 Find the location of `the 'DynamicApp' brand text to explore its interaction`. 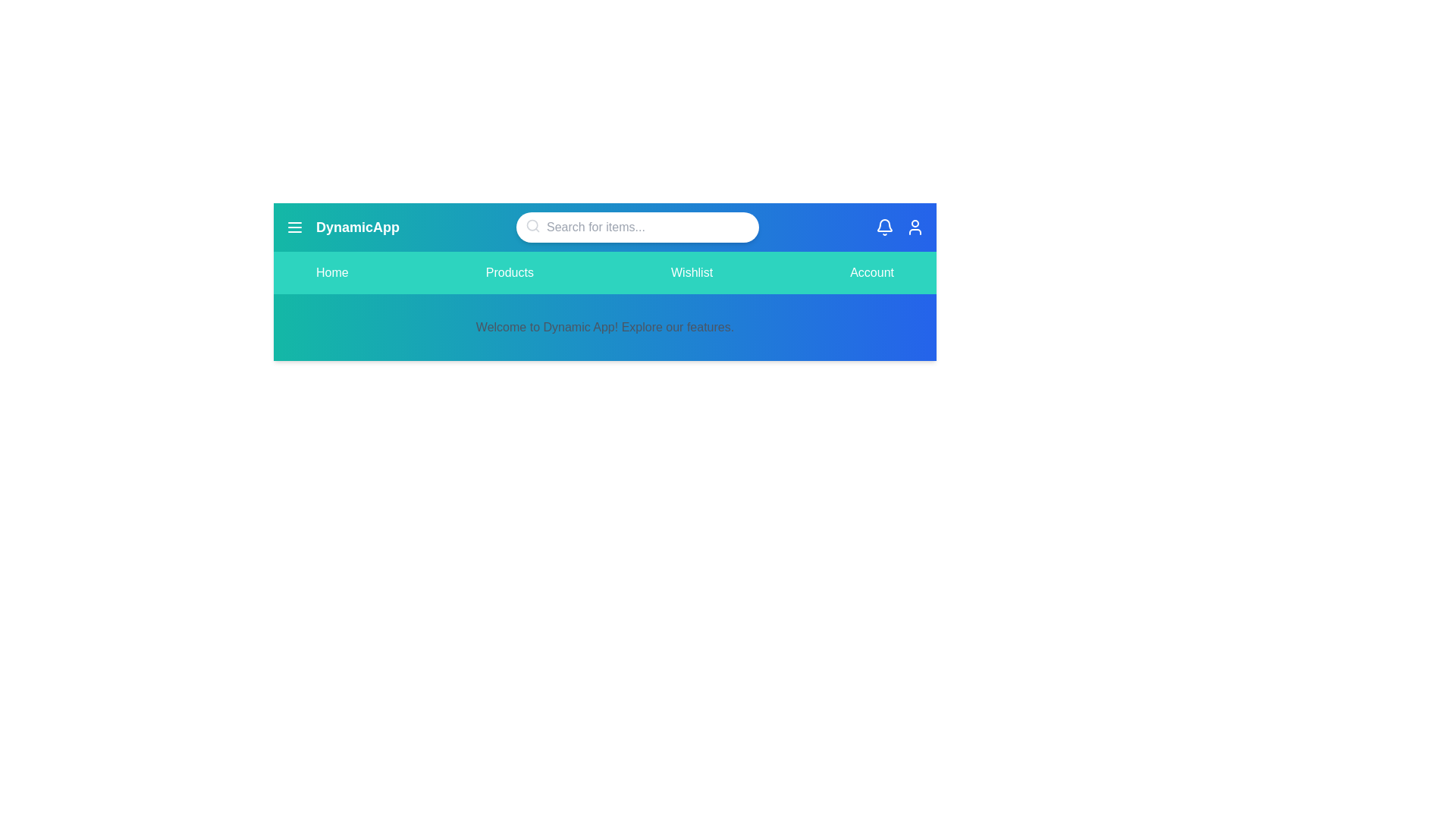

the 'DynamicApp' brand text to explore its interaction is located at coordinates (356, 227).